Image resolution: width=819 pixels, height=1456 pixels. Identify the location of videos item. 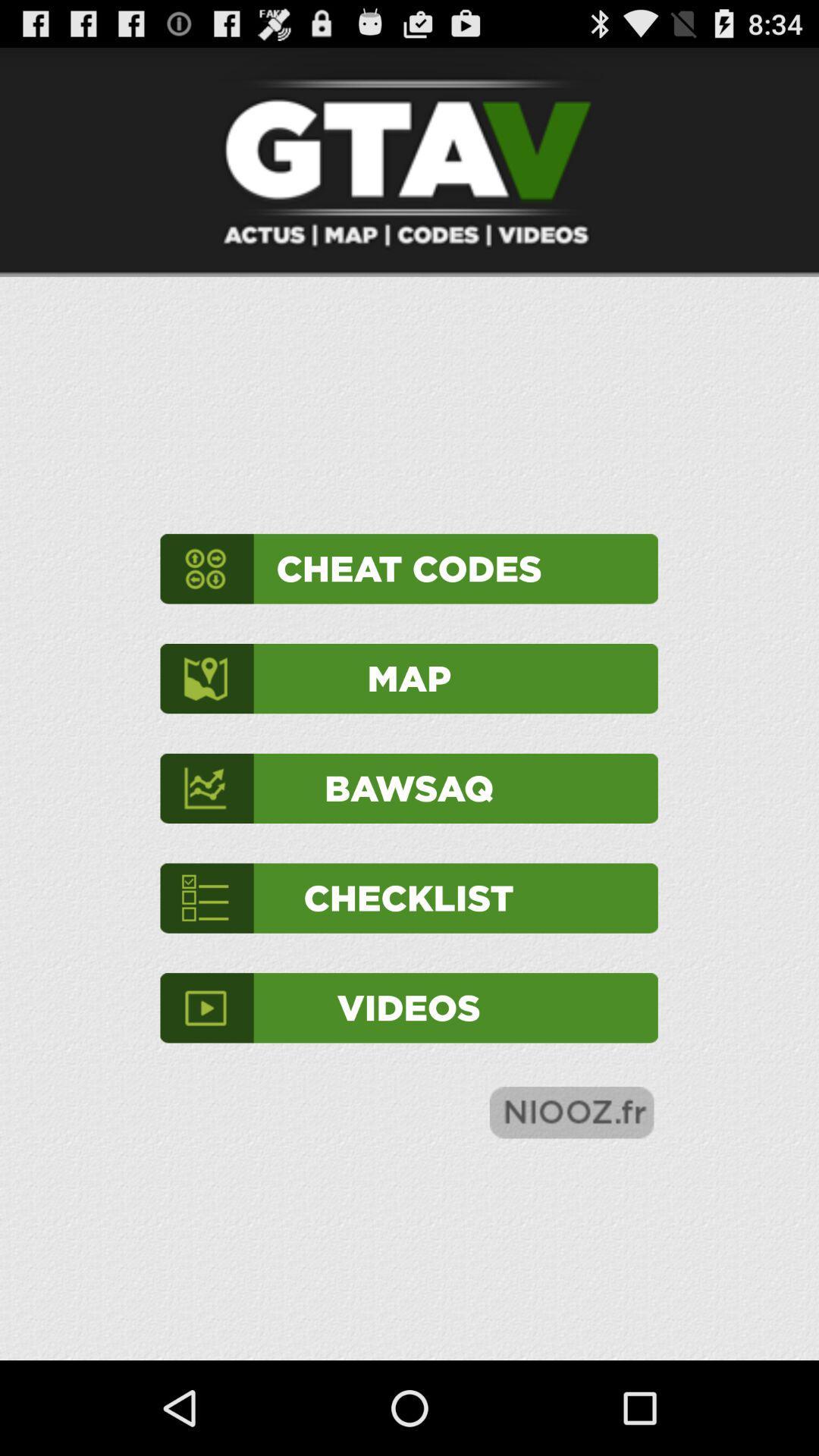
(408, 1008).